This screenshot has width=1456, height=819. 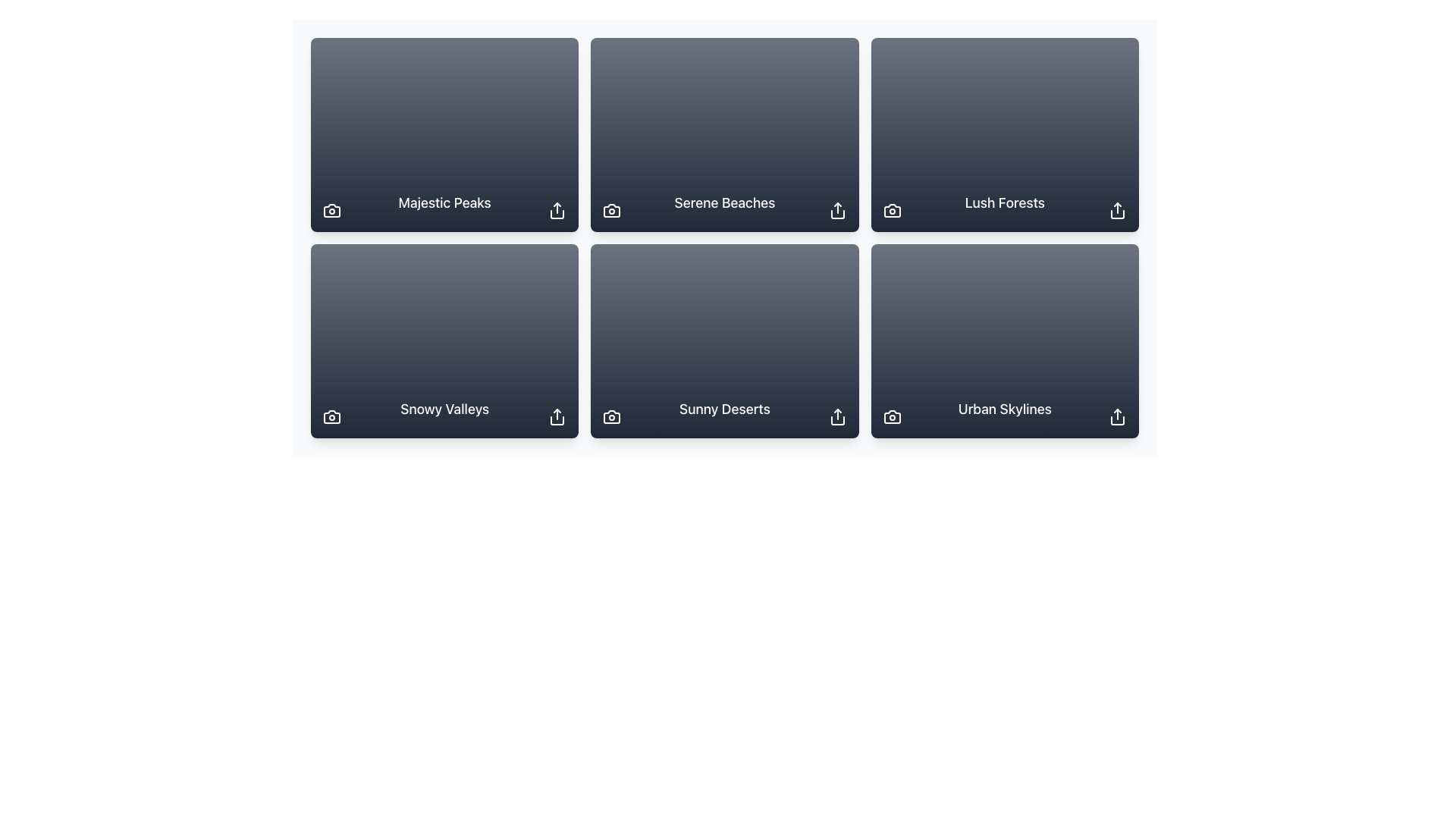 What do you see at coordinates (723, 202) in the screenshot?
I see `the informational Text Label positioned in the upper row of the grid layout, centered in the second column, which provides a title for the associated visual content` at bounding box center [723, 202].